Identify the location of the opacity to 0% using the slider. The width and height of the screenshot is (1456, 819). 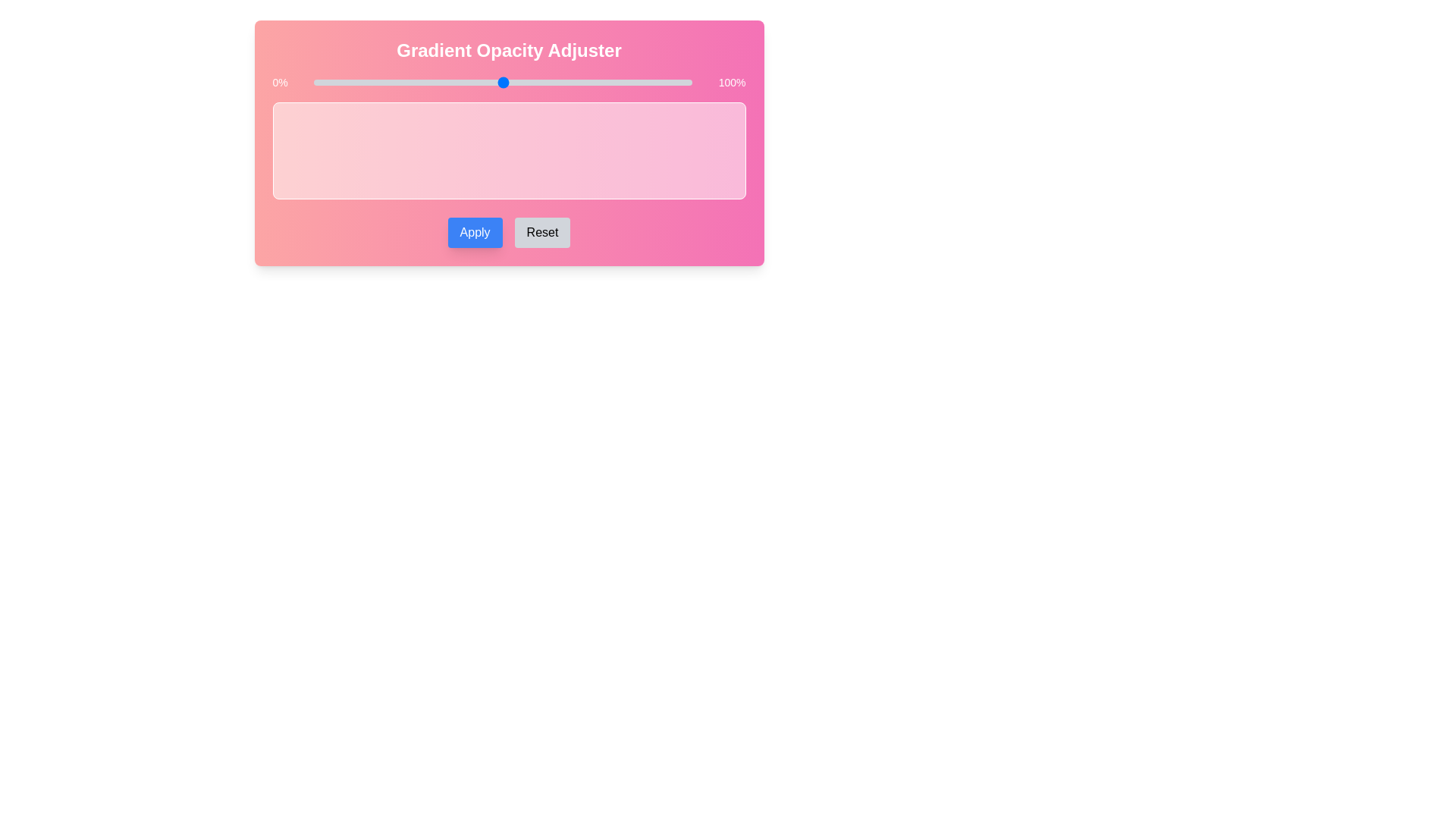
(312, 82).